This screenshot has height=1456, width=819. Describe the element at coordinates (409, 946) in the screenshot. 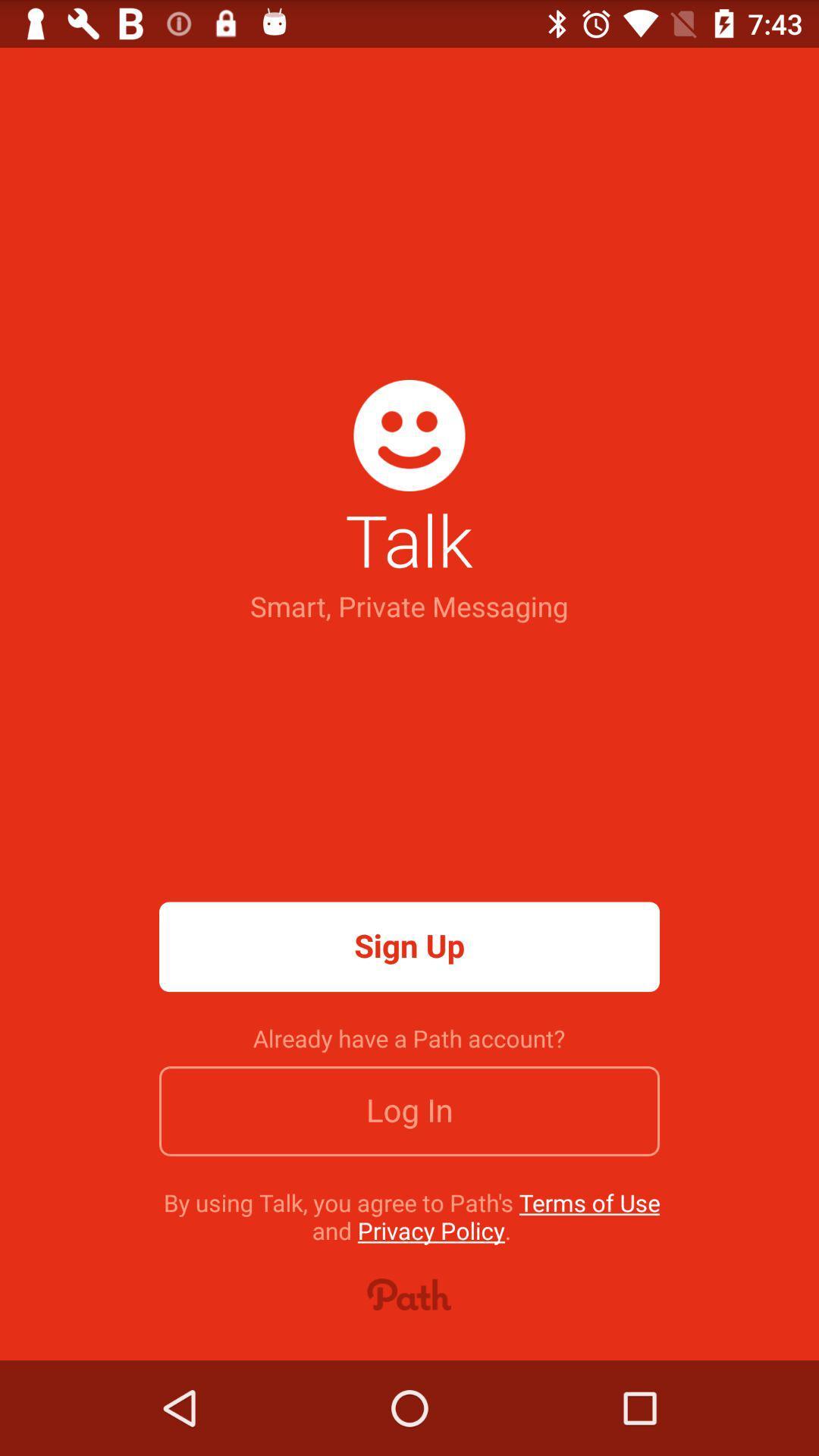

I see `sign up item` at that location.